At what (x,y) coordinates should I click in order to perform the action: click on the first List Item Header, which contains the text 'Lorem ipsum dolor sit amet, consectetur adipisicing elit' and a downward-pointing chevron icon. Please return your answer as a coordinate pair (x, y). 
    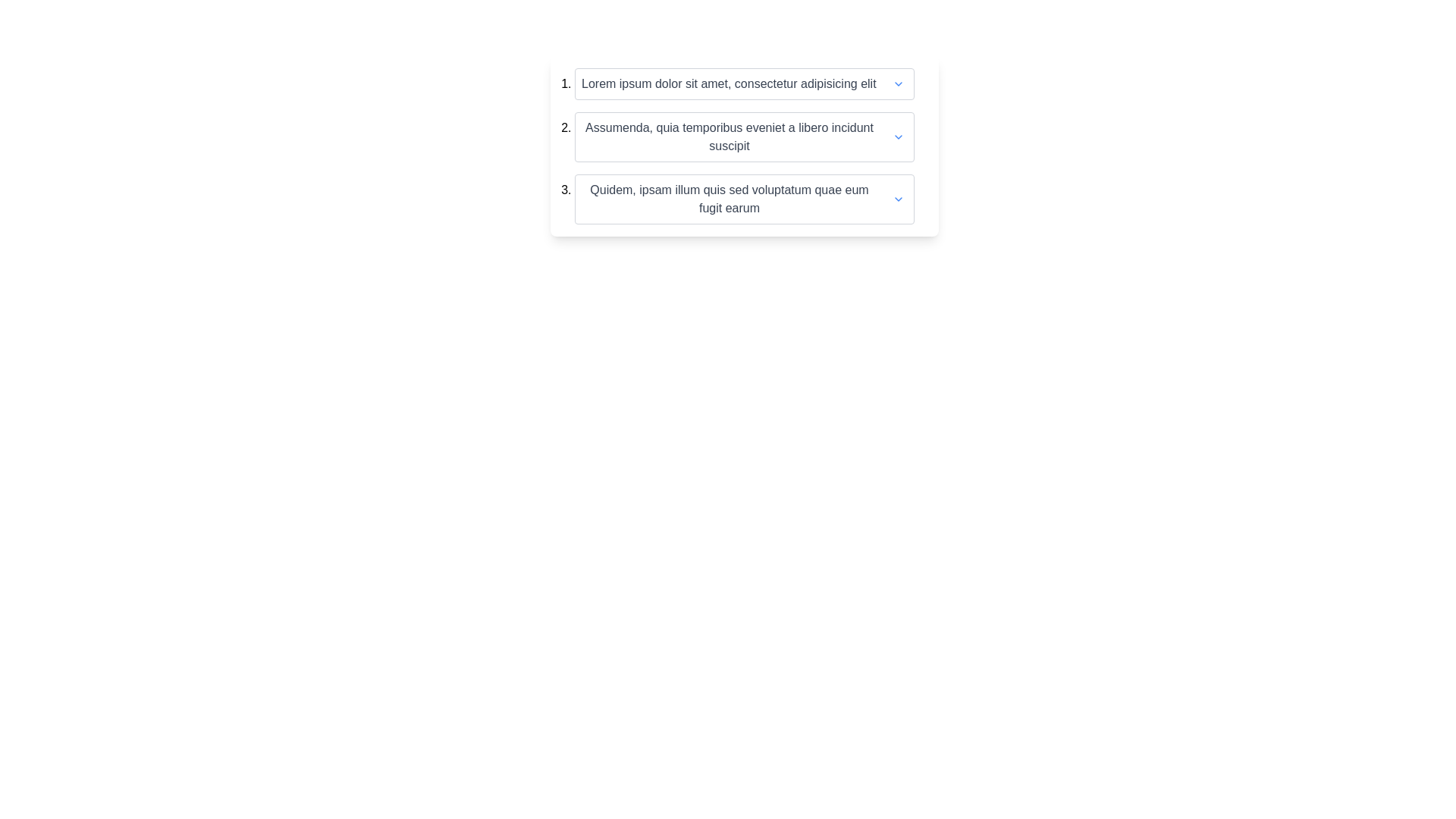
    Looking at the image, I should click on (745, 84).